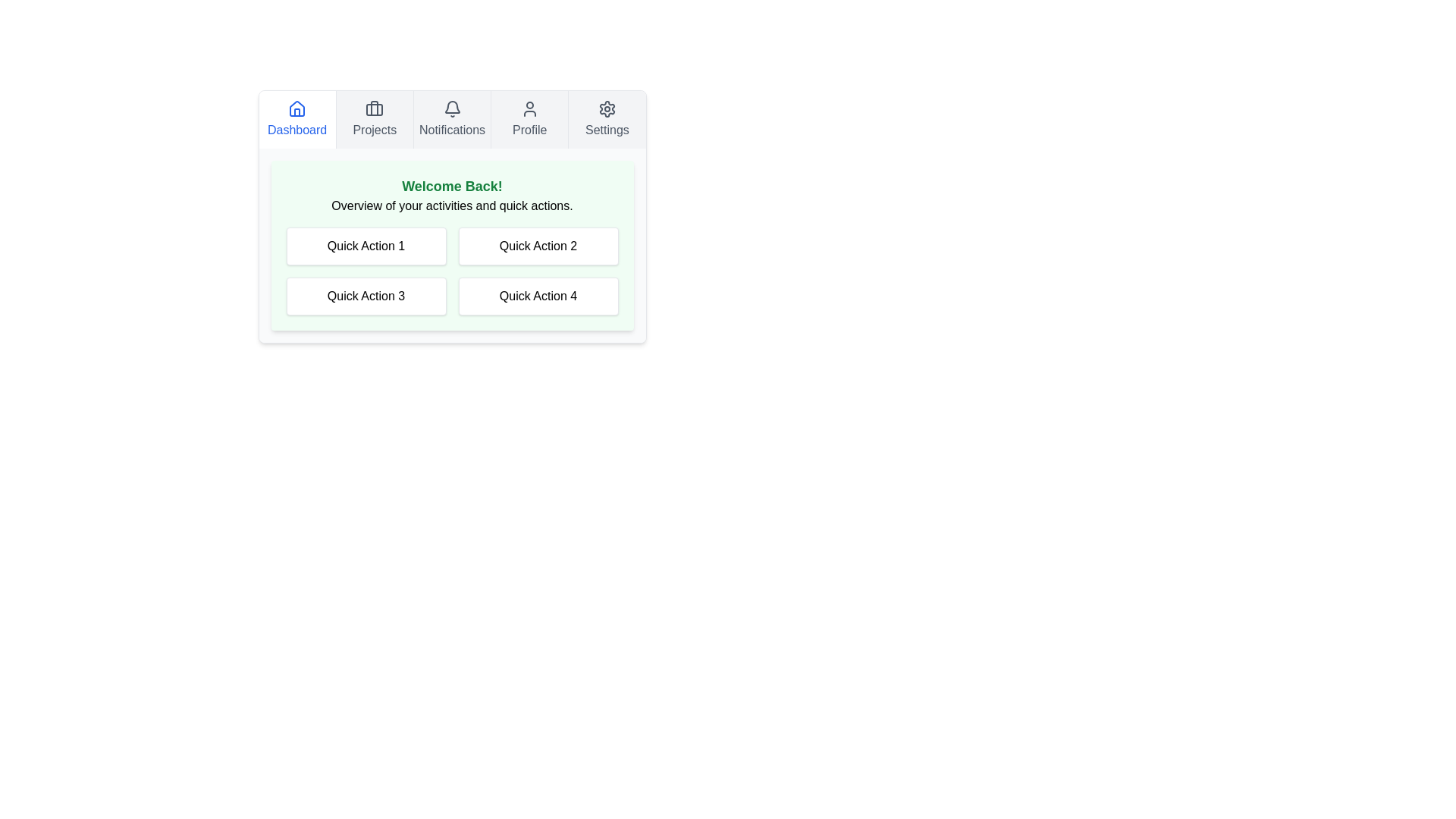 Image resolution: width=1456 pixels, height=819 pixels. I want to click on the gray line-art bell icon located centrally on the top navigation bar, so click(451, 108).